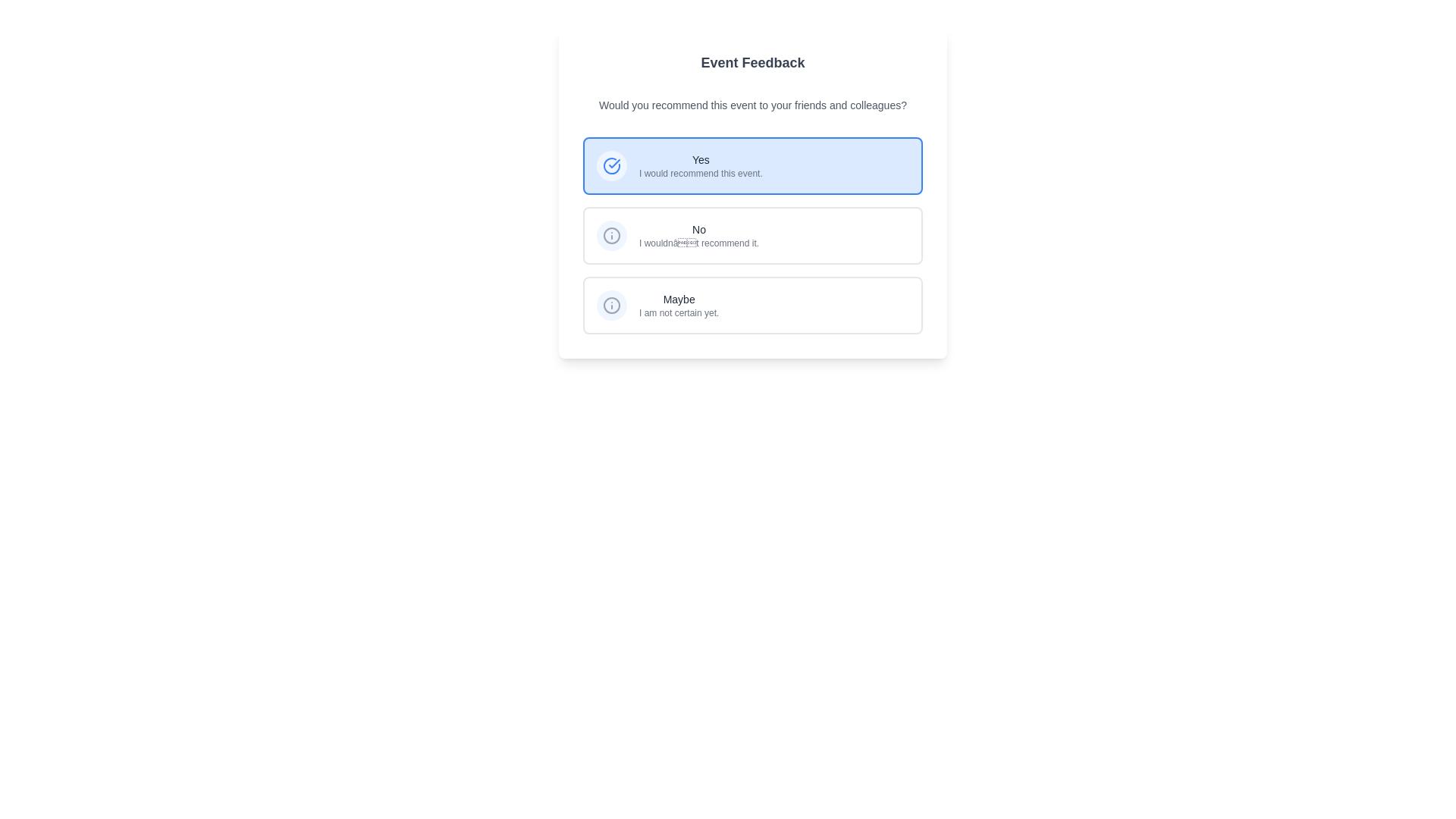  I want to click on the supplementary explanation text label for the 'Maybe' feedback choice located at the bottom of the feedback options, so click(678, 312).